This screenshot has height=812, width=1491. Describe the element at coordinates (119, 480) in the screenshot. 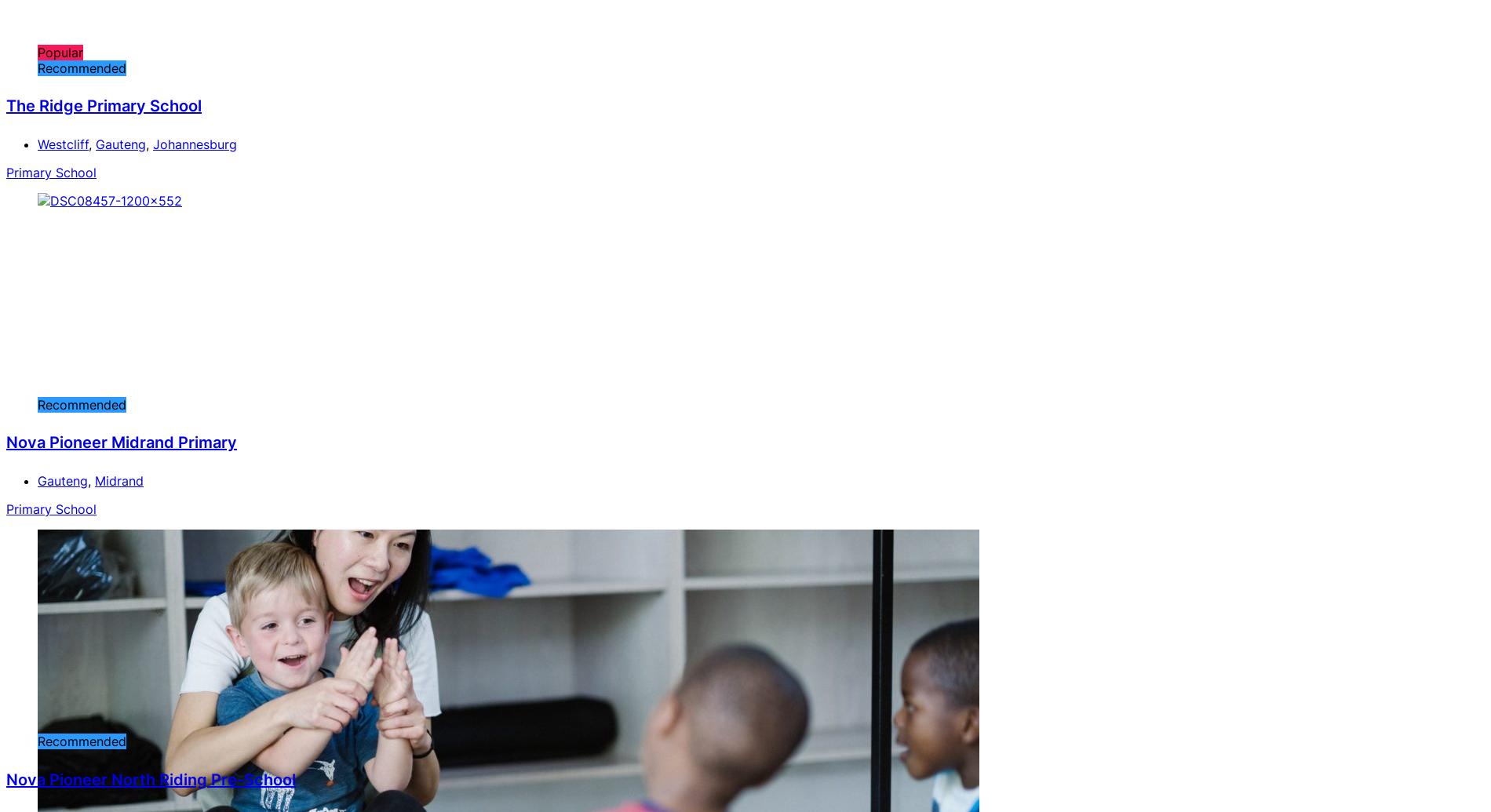

I see `'Midrand'` at that location.